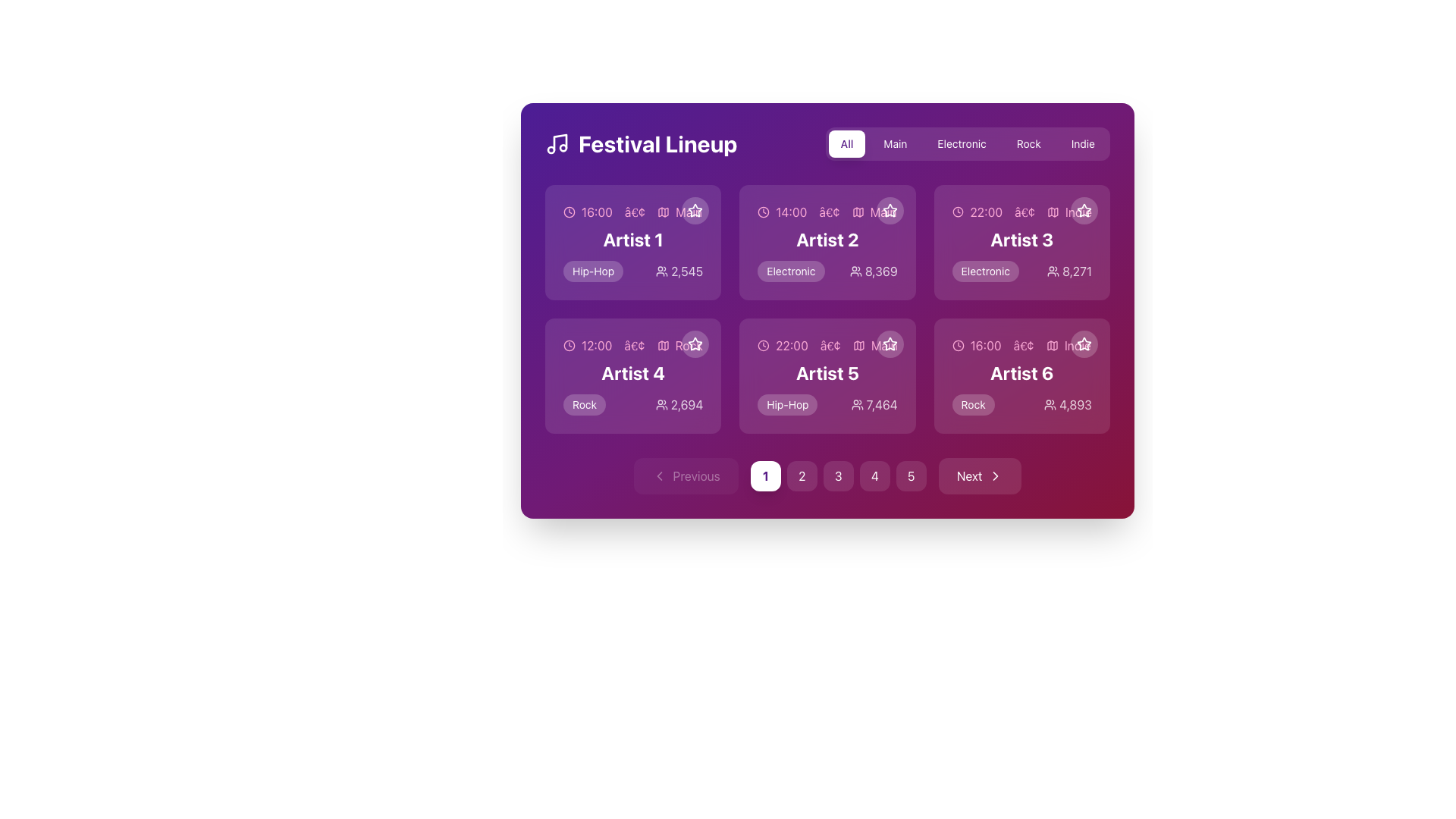 Image resolution: width=1456 pixels, height=819 pixels. Describe the element at coordinates (883, 212) in the screenshot. I see `the text label displaying 'main' in the lower-right section of the second card for 'Artist 2'` at that location.